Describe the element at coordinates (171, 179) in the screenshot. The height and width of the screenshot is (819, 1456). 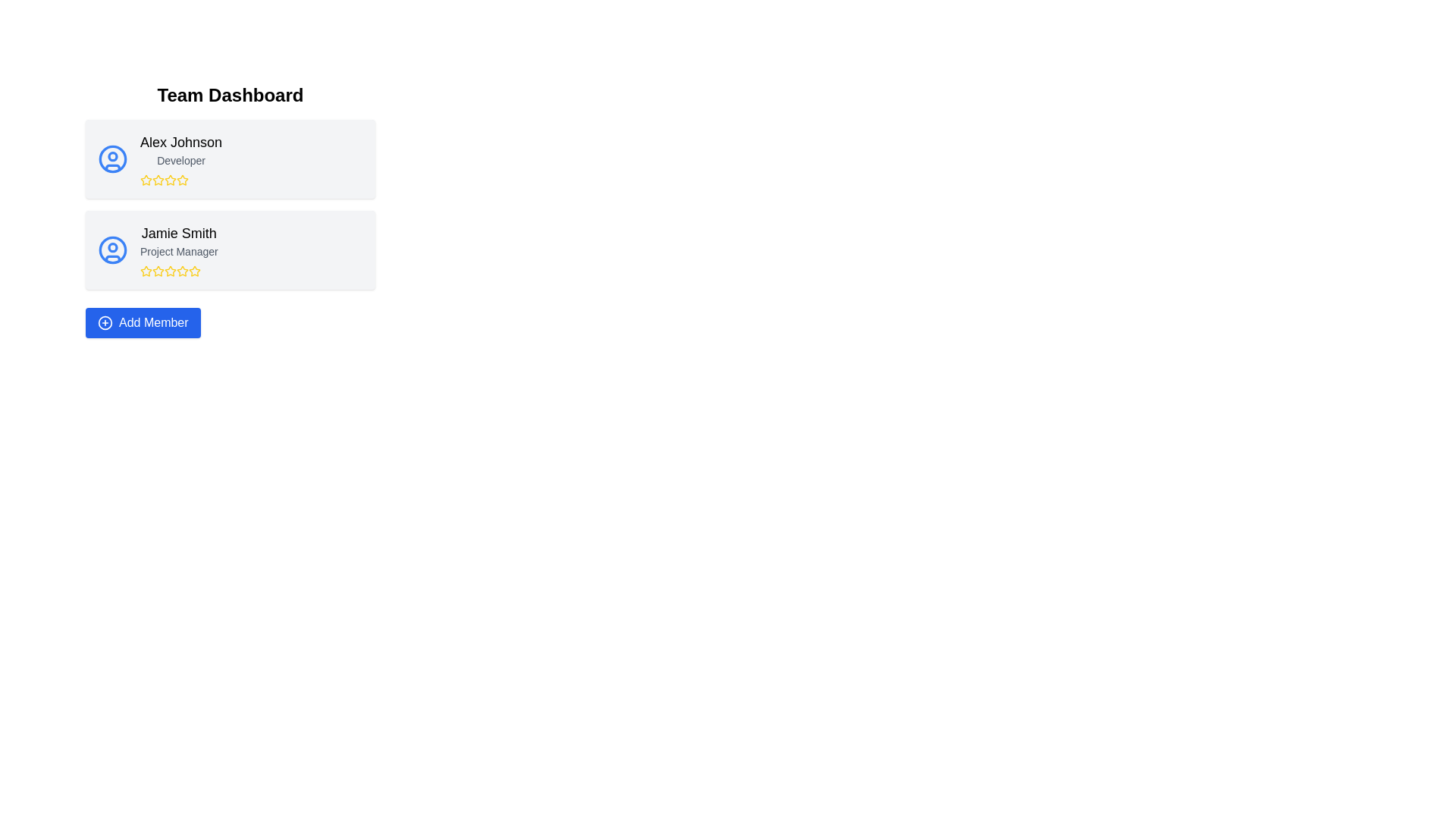
I see `the second star-shaped icon with a yellow fill, part of the rating system located beneath 'Alex Johnson' and 'Developer' in the first card of the user profiles list` at that location.